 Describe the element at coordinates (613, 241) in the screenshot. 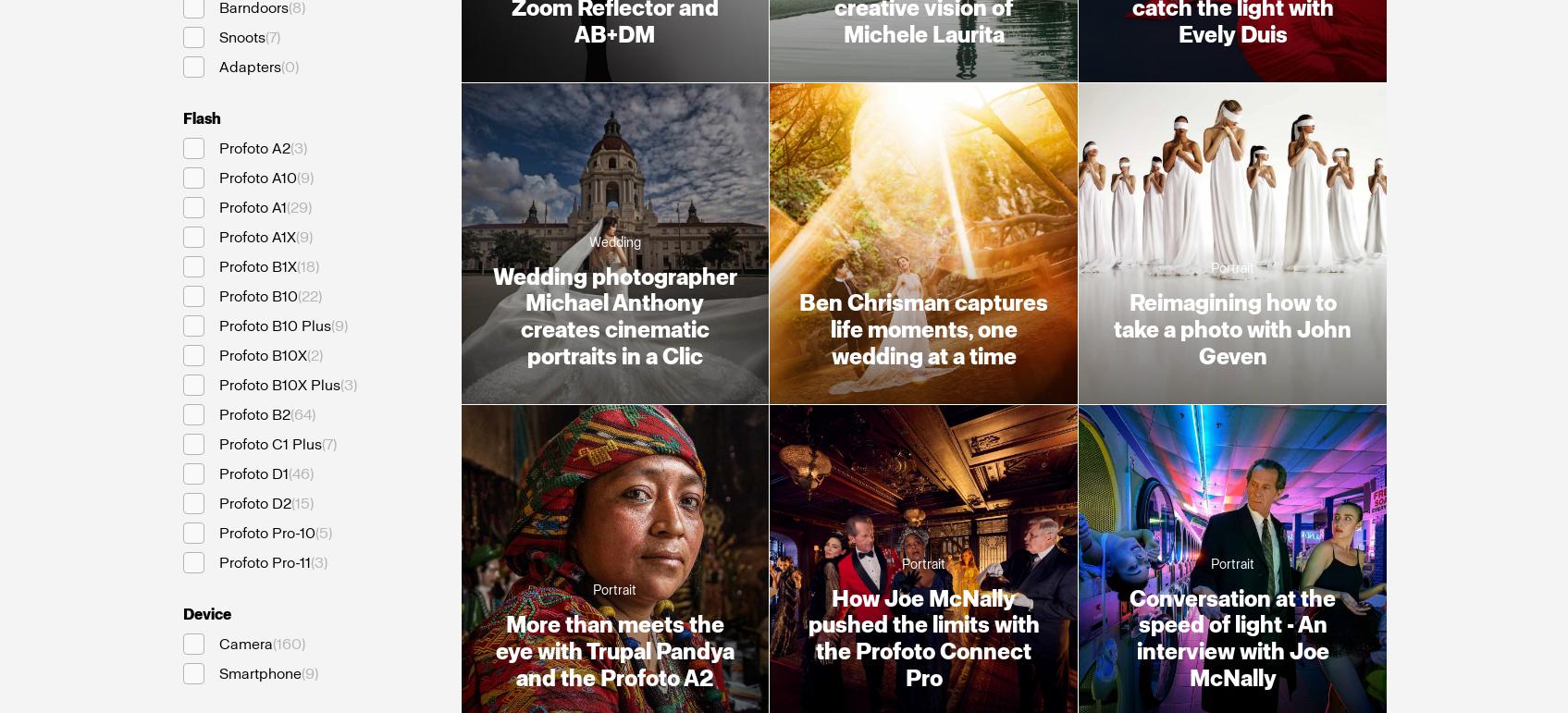

I see `'Wedding'` at that location.